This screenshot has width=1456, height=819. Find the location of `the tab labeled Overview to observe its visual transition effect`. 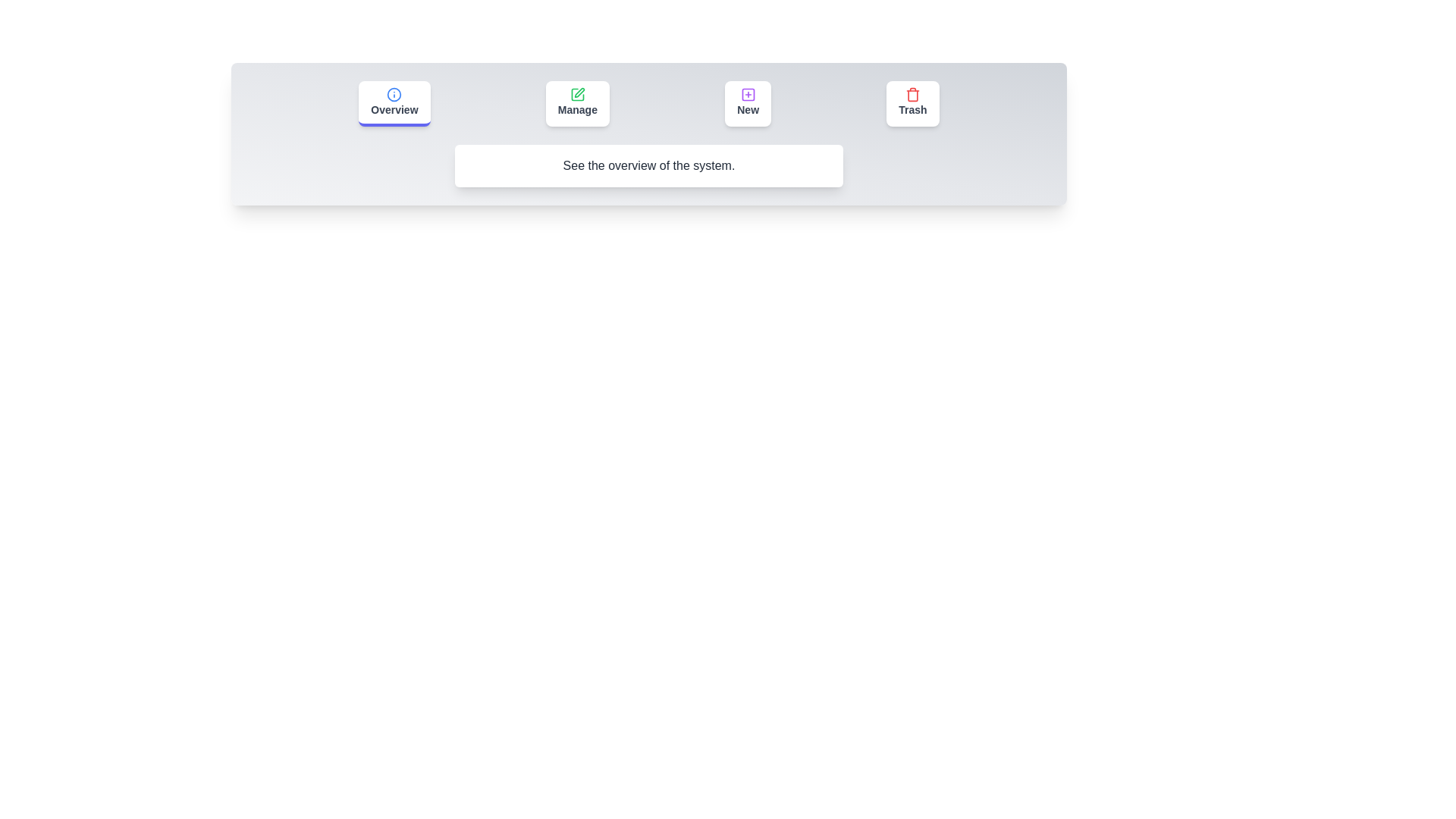

the tab labeled Overview to observe its visual transition effect is located at coordinates (394, 103).